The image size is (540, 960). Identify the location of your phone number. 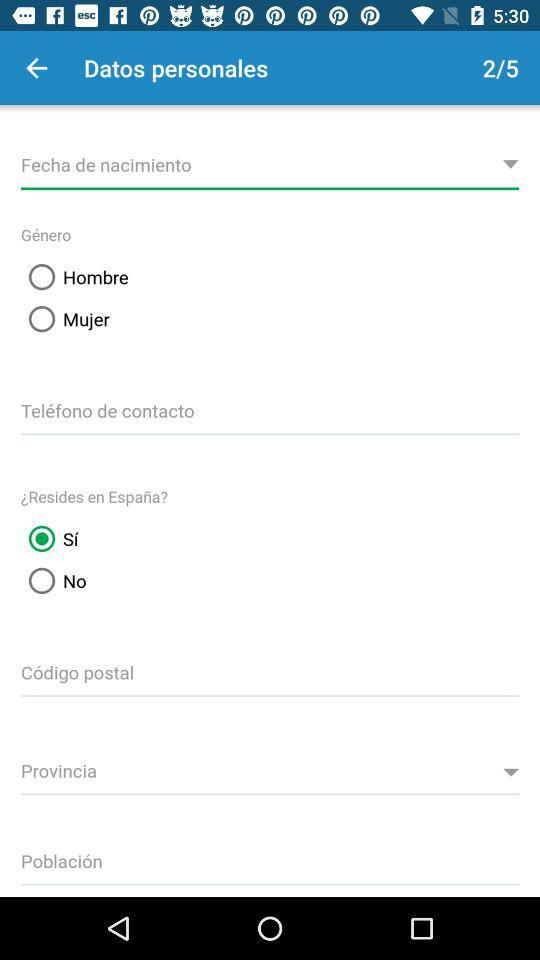
(270, 407).